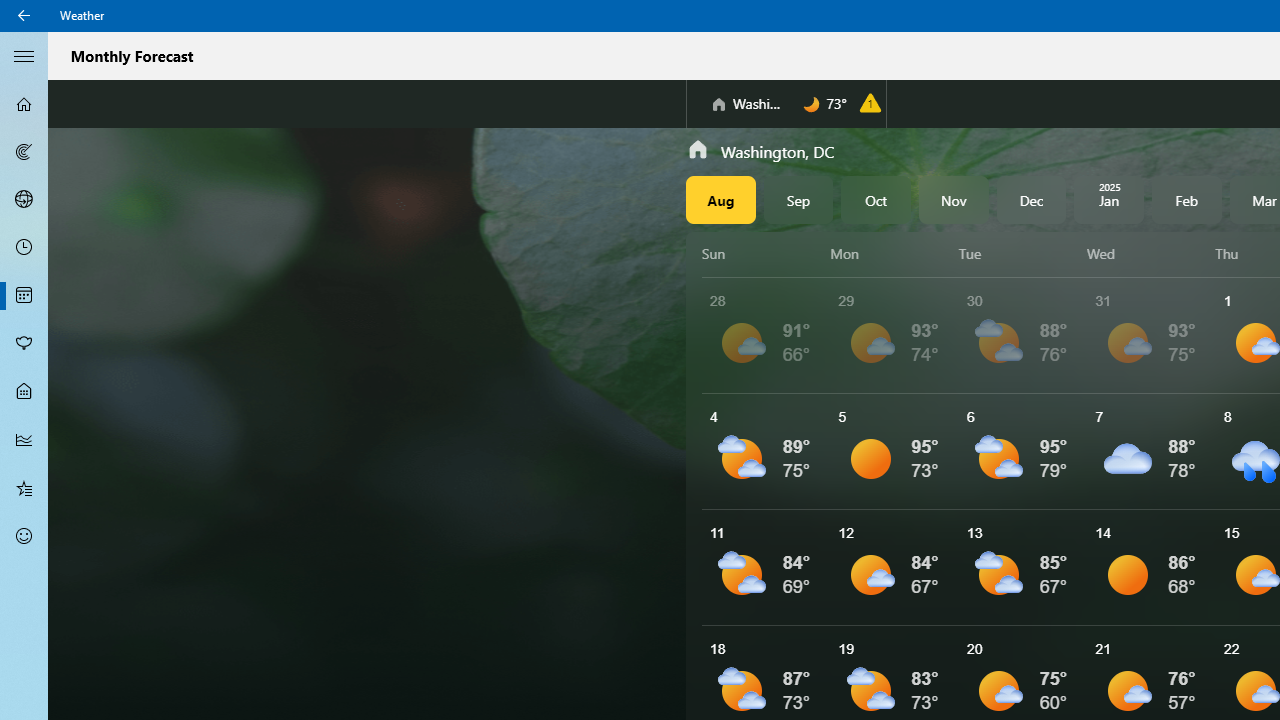 This screenshot has height=720, width=1280. What do you see at coordinates (24, 295) in the screenshot?
I see `'Monthly Forecast - Not Selected'` at bounding box center [24, 295].